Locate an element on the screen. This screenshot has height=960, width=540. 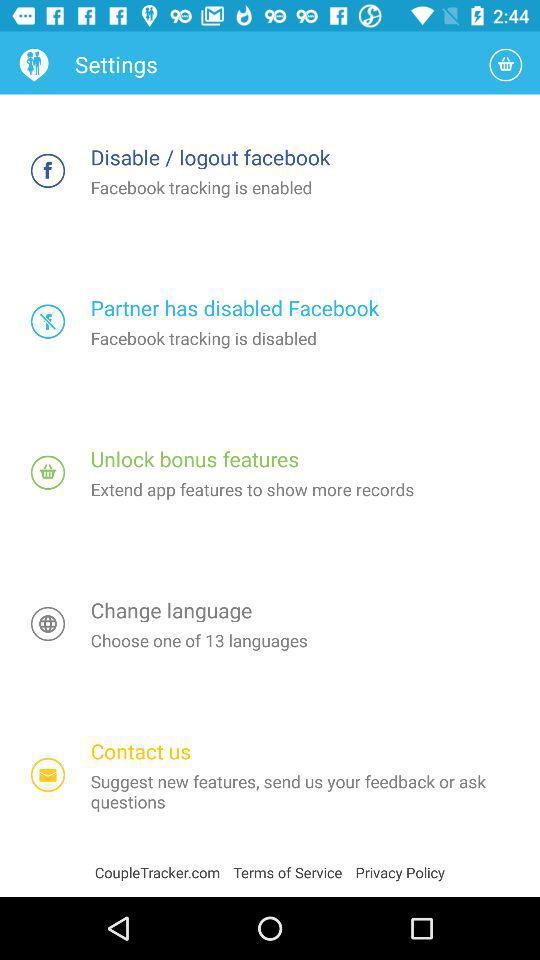
the item to the right of coupletracker.com is located at coordinates (293, 871).